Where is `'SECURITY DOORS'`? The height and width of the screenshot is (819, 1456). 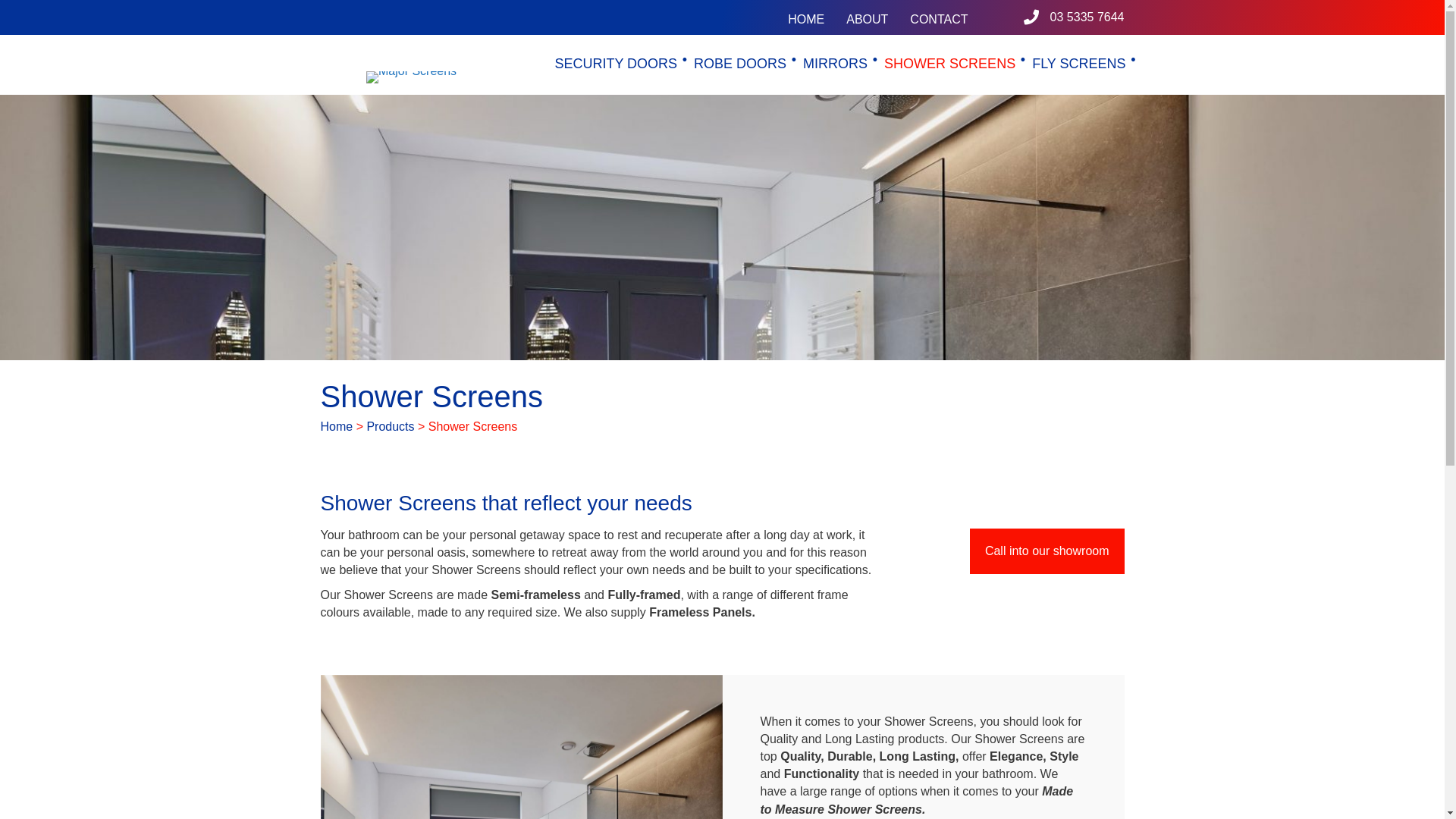 'SECURITY DOORS' is located at coordinates (614, 62).